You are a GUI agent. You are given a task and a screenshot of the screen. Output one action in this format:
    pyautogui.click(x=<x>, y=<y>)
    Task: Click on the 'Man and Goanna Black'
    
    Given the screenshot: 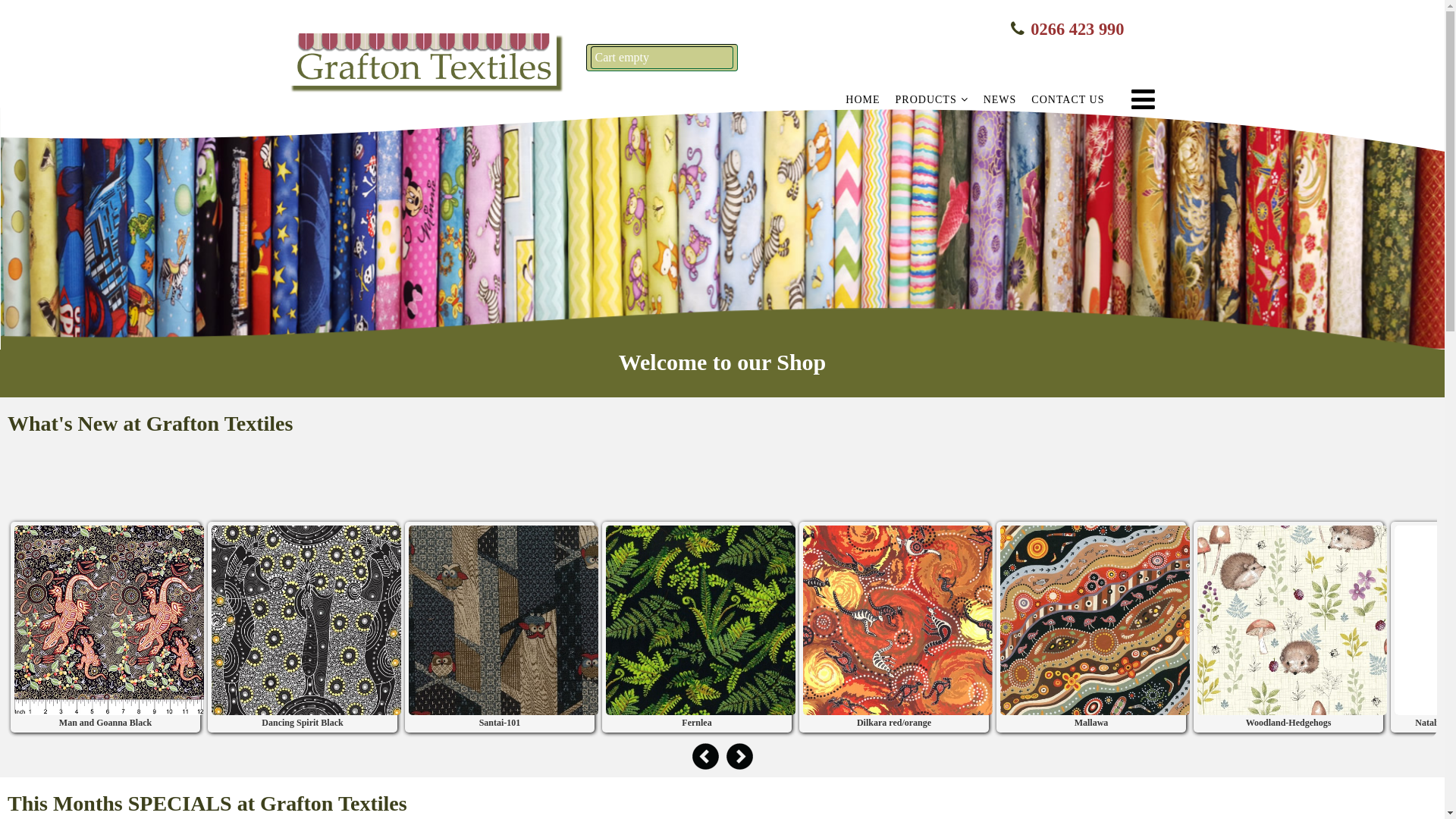 What is the action you would take?
    pyautogui.click(x=108, y=620)
    